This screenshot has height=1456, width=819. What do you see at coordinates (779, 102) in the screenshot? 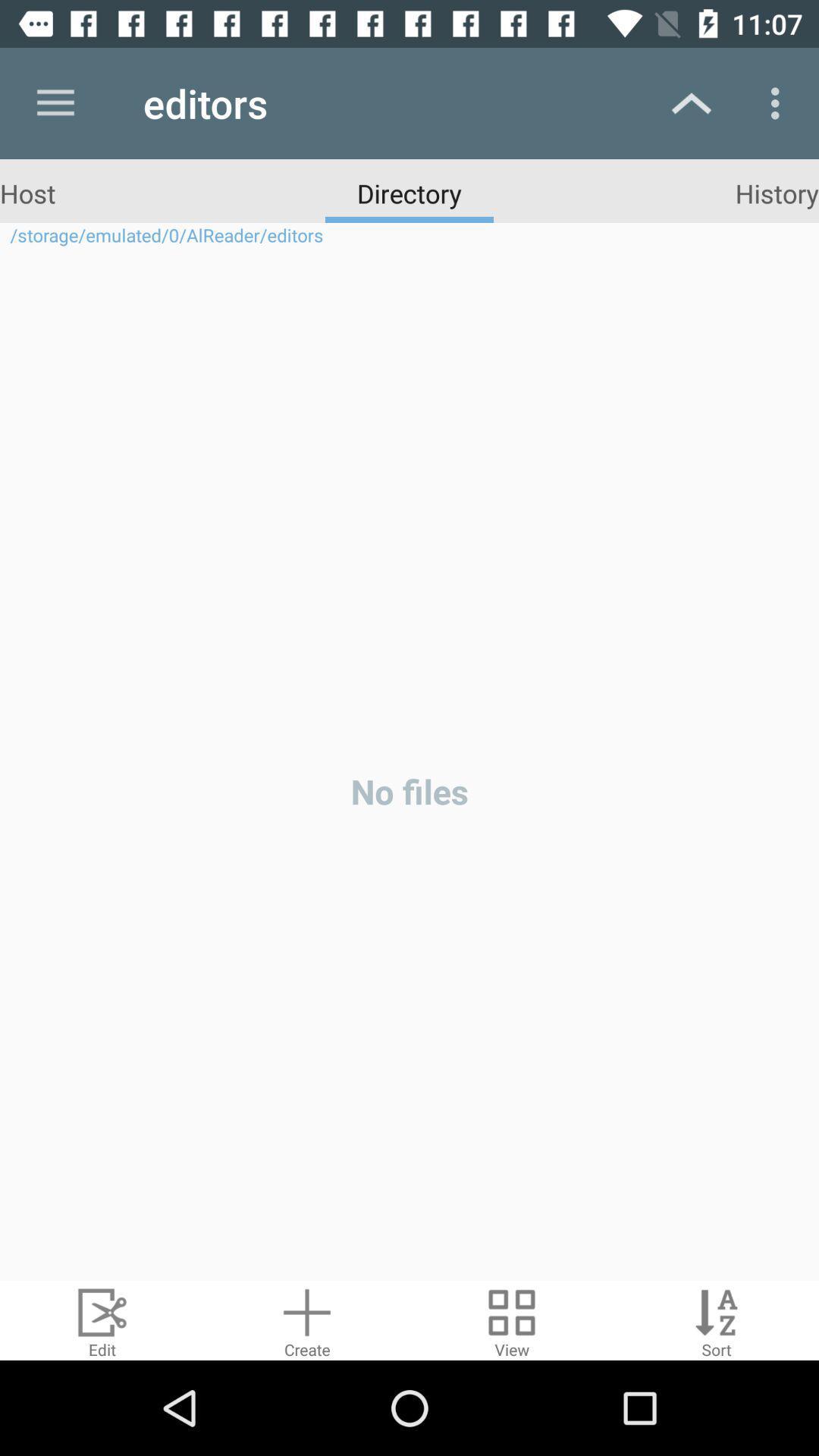
I see `icon above history` at bounding box center [779, 102].